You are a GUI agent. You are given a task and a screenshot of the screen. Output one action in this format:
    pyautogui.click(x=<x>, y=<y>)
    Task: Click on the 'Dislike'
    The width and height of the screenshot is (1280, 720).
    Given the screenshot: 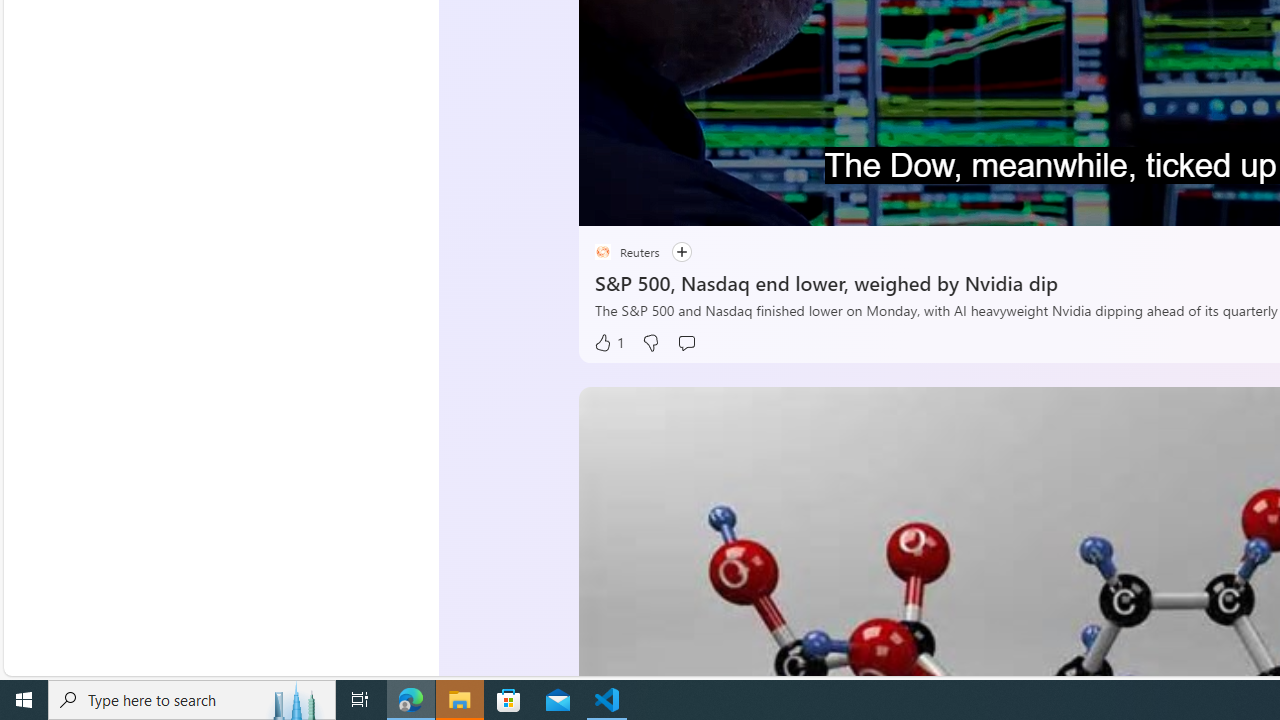 What is the action you would take?
    pyautogui.click(x=650, y=342)
    